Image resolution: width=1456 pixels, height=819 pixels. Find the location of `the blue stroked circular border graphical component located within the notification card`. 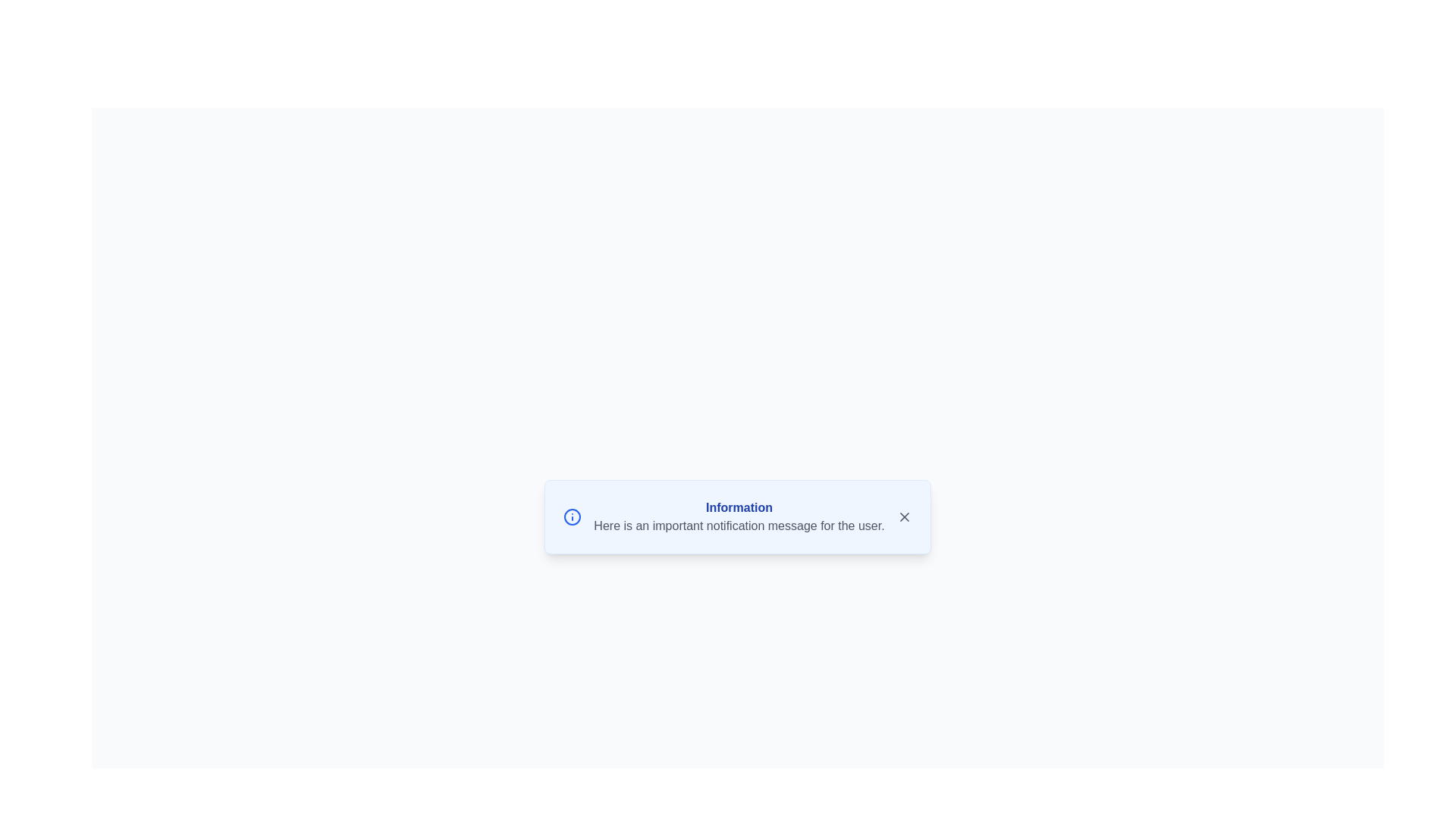

the blue stroked circular border graphical component located within the notification card is located at coordinates (572, 516).